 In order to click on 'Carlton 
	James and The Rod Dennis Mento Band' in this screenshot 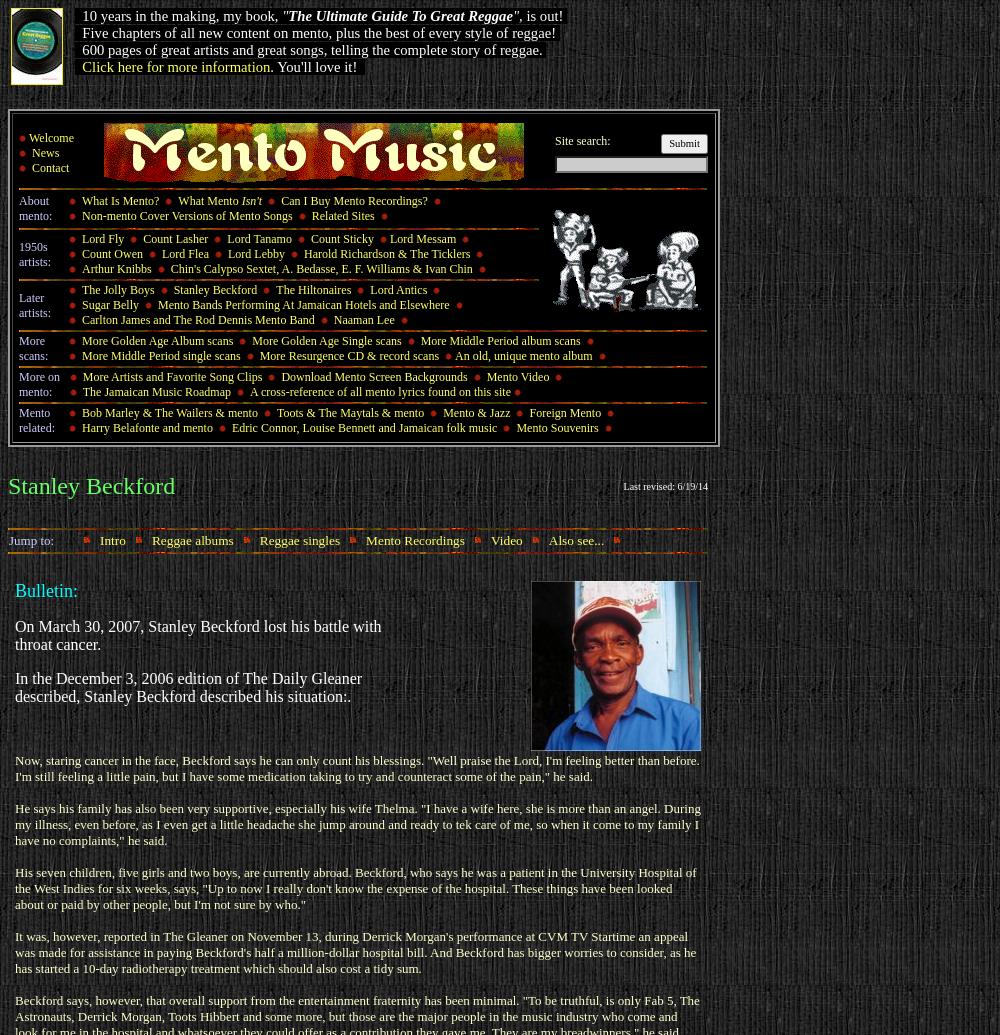, I will do `click(81, 320)`.